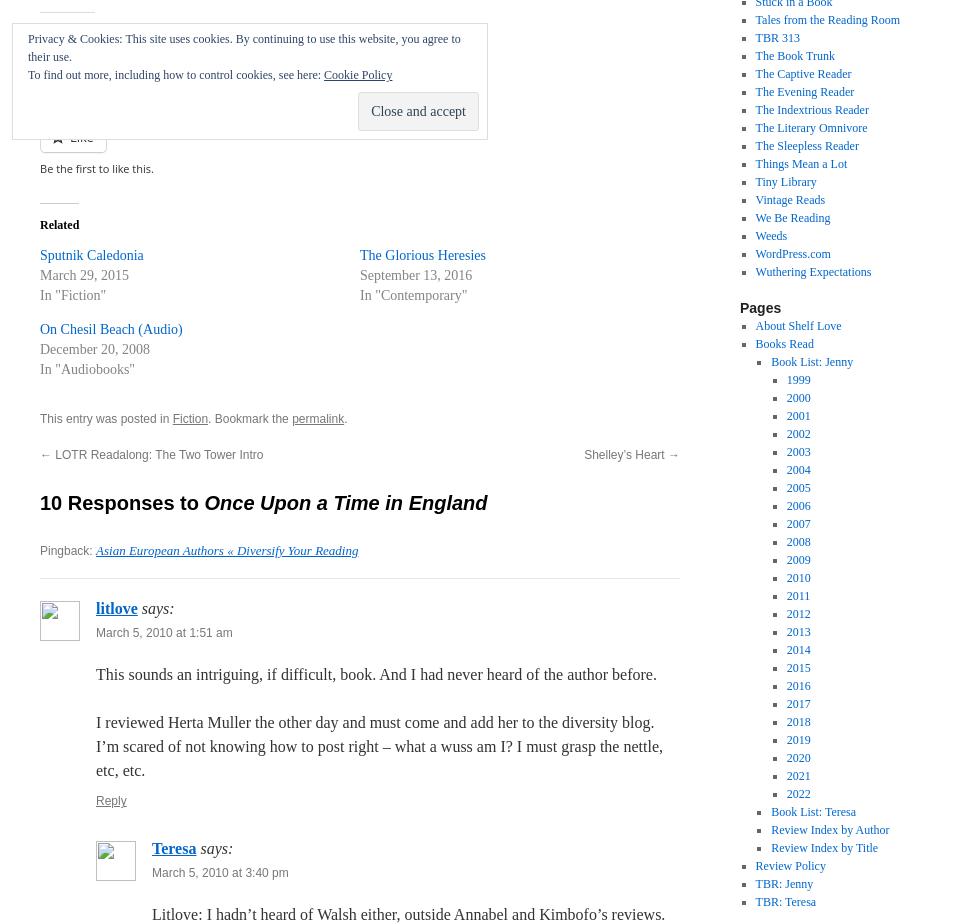  Describe the element at coordinates (754, 127) in the screenshot. I see `'The Literary Omnivore'` at that location.